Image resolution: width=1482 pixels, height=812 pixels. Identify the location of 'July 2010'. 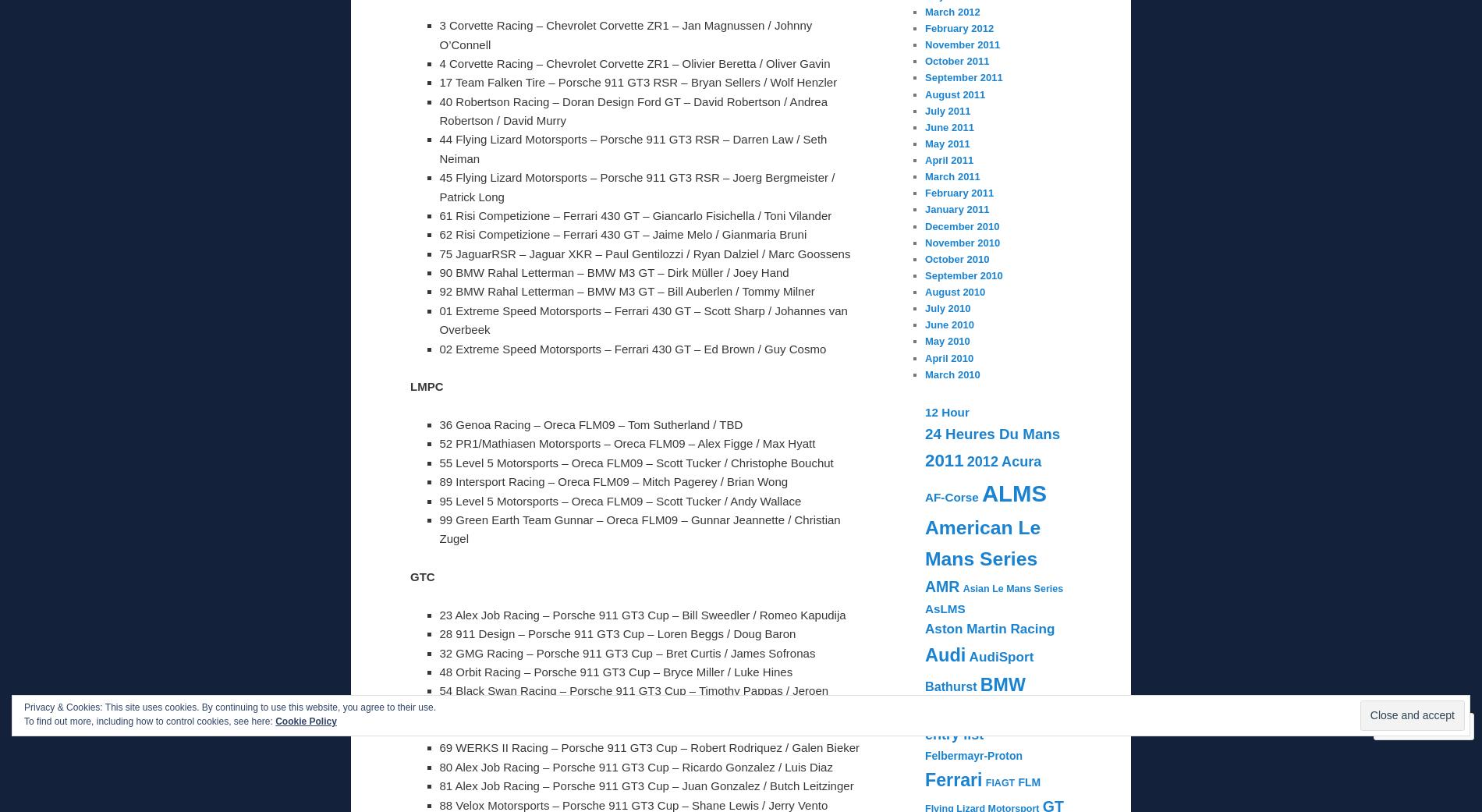
(924, 308).